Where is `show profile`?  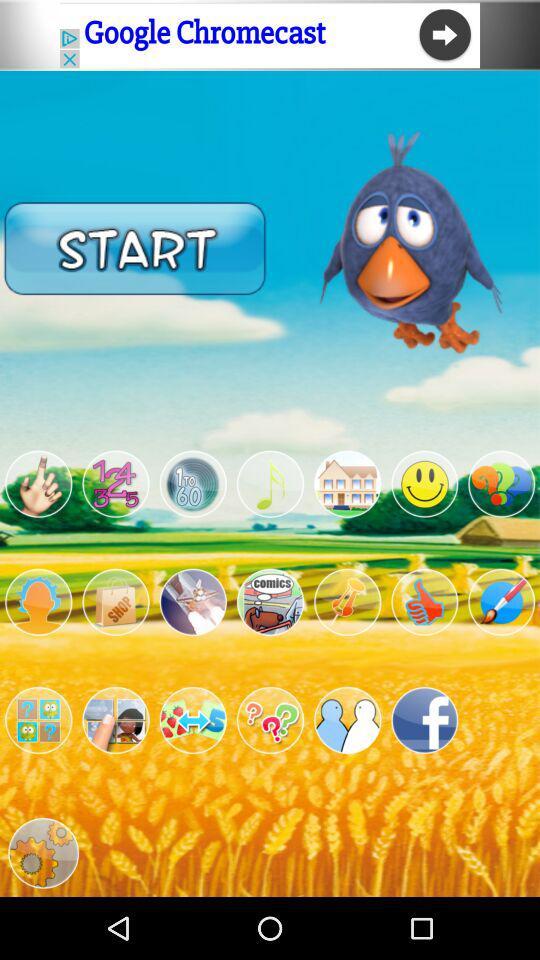 show profile is located at coordinates (38, 601).